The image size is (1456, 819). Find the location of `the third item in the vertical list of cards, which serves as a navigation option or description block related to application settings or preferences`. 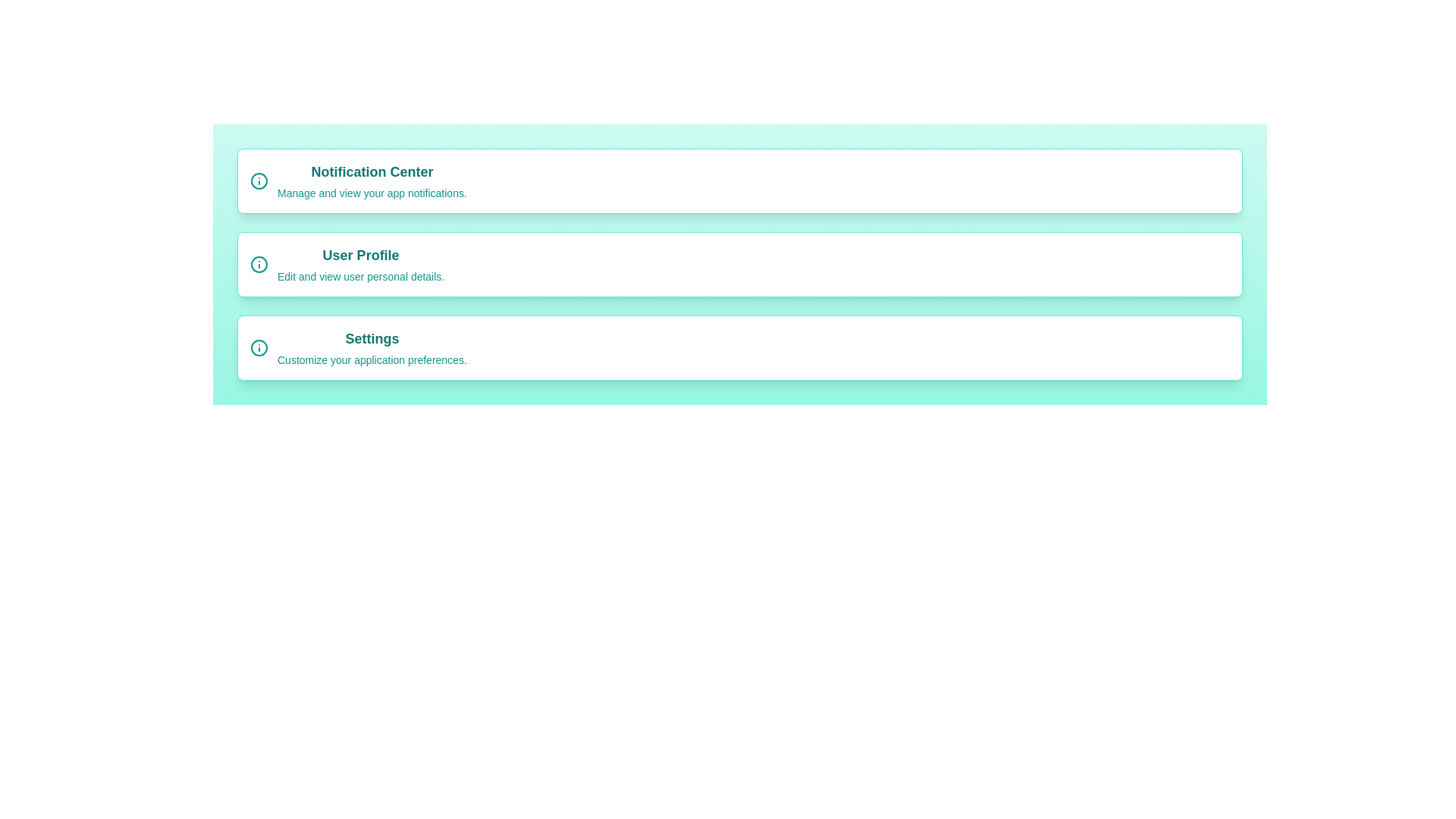

the third item in the vertical list of cards, which serves as a navigation option or description block related to application settings or preferences is located at coordinates (372, 348).